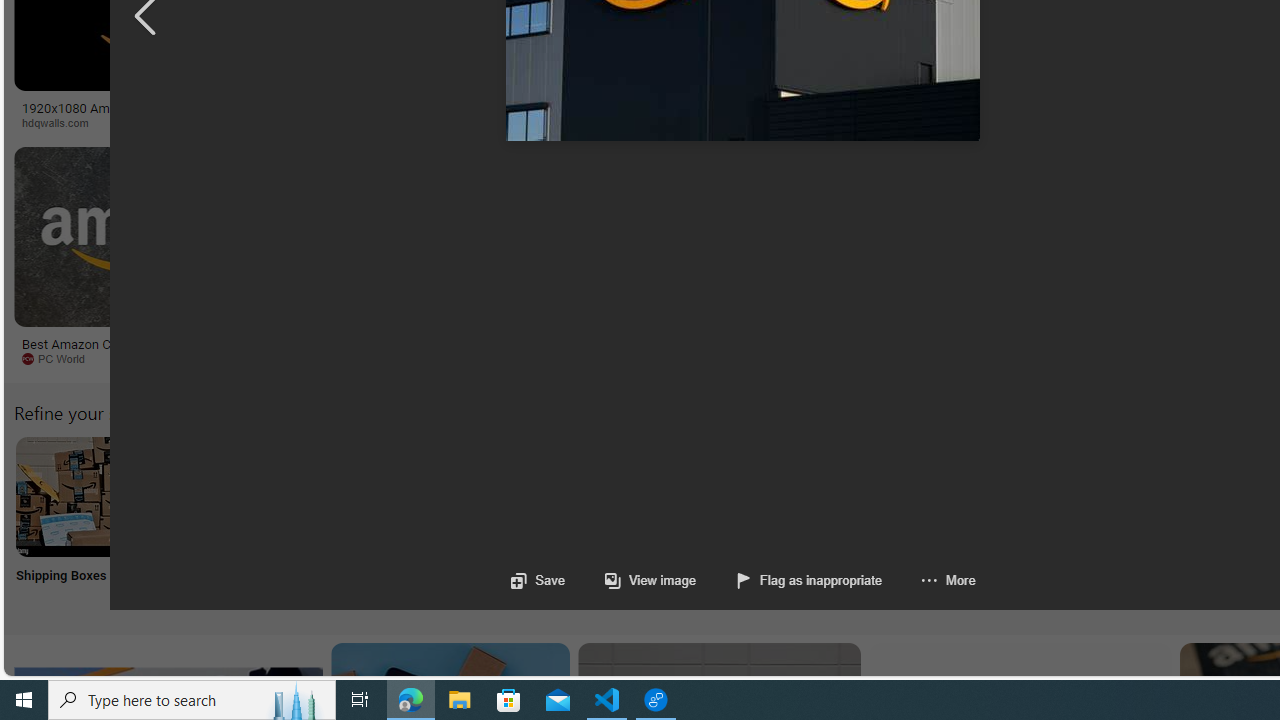 The image size is (1280, 720). I want to click on 'Flag as inappropriate', so click(788, 580).